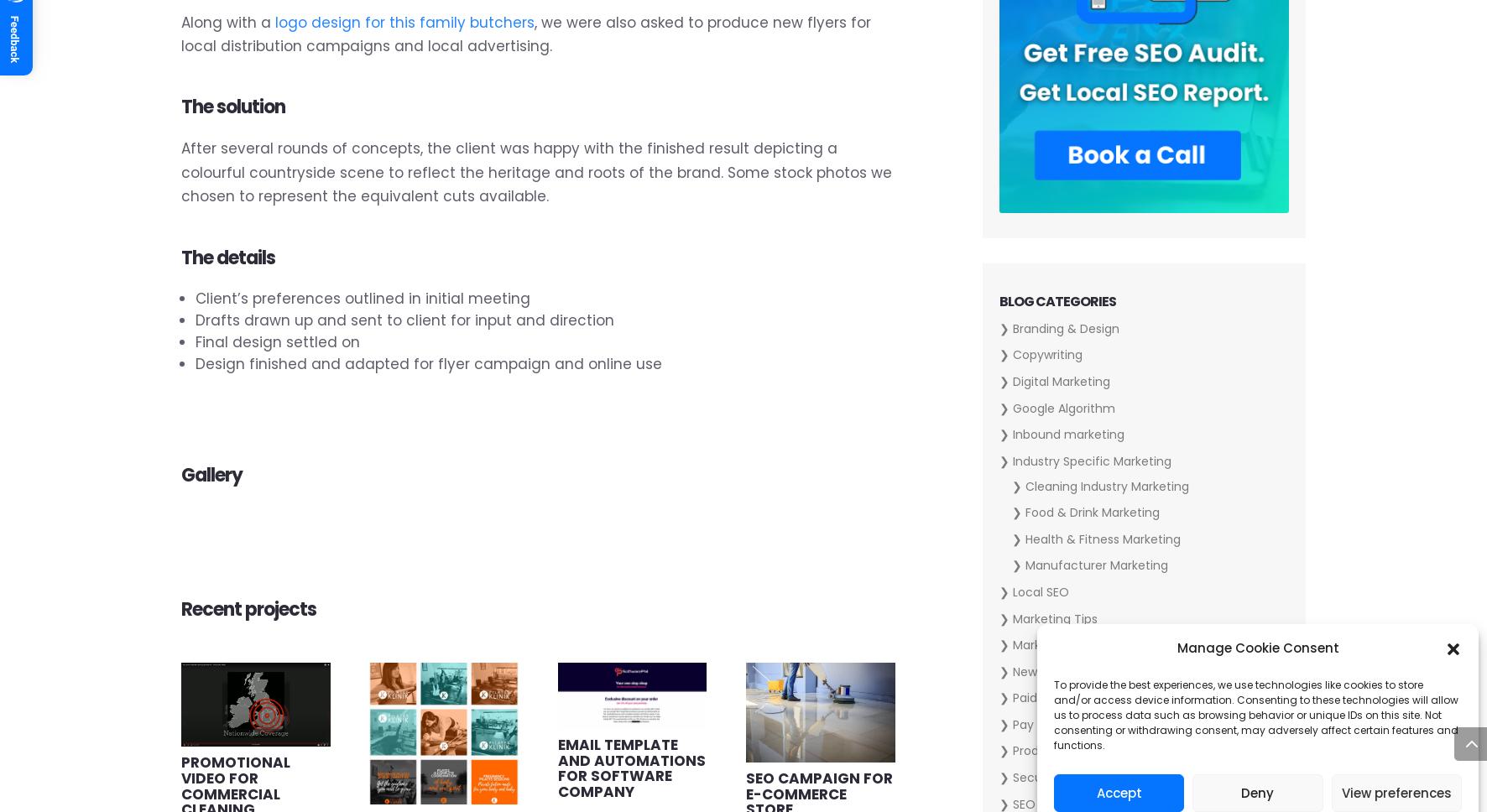  Describe the element at coordinates (1054, 618) in the screenshot. I see `'Marketing Tips'` at that location.